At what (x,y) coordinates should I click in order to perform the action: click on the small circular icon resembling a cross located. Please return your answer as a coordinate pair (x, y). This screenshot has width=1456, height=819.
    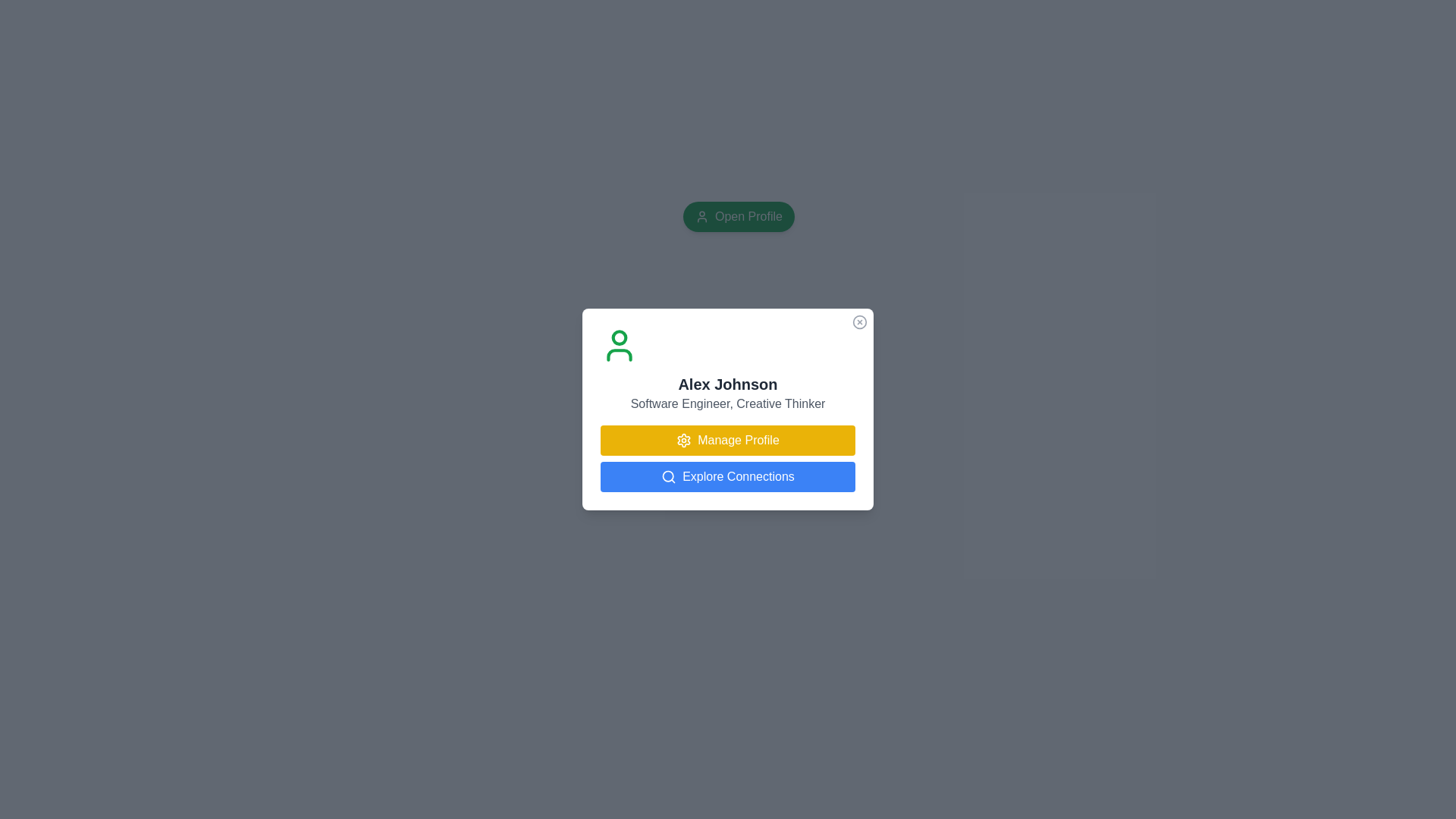
    Looking at the image, I should click on (859, 321).